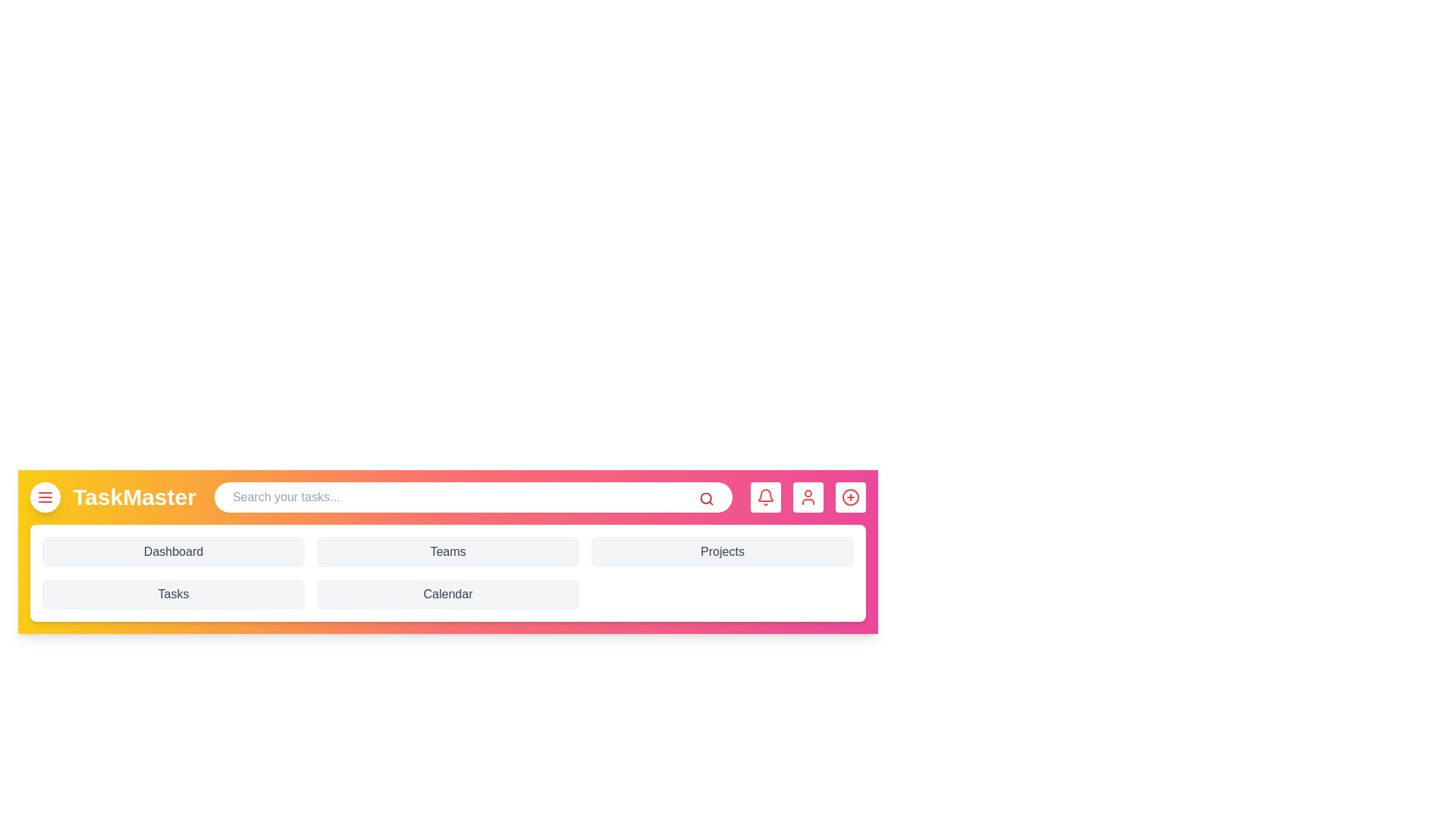 This screenshot has width=1456, height=819. What do you see at coordinates (705, 499) in the screenshot?
I see `search icon to activate the search bar` at bounding box center [705, 499].